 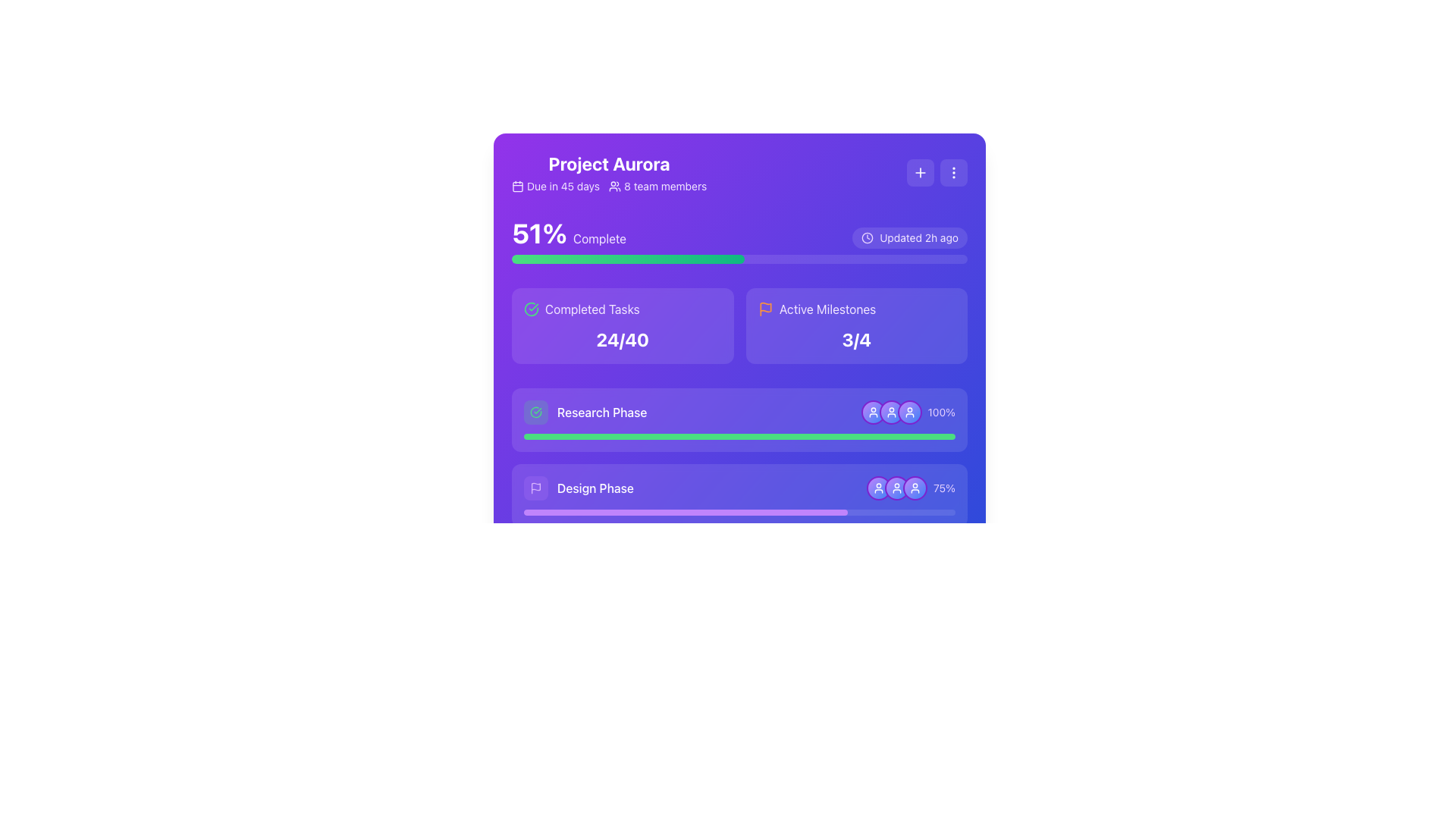 I want to click on the numerical indicator displaying '75%' with a small font size and light purple styling located in the 'Design Phase' section, so click(x=943, y=488).